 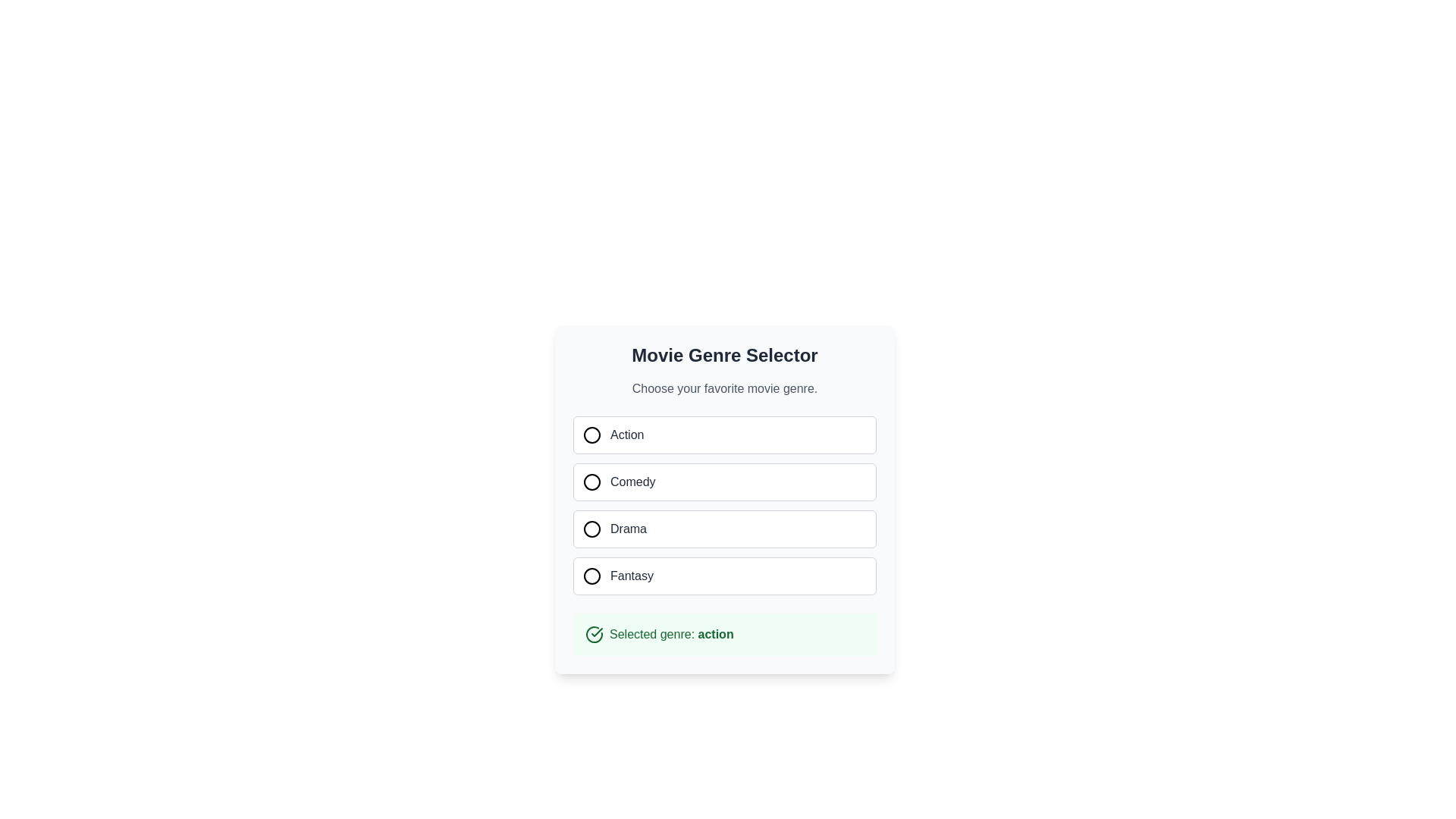 I want to click on the radio button for selecting the 'Action' genre in the movie genre selector to set it as the selected option, so click(x=591, y=435).